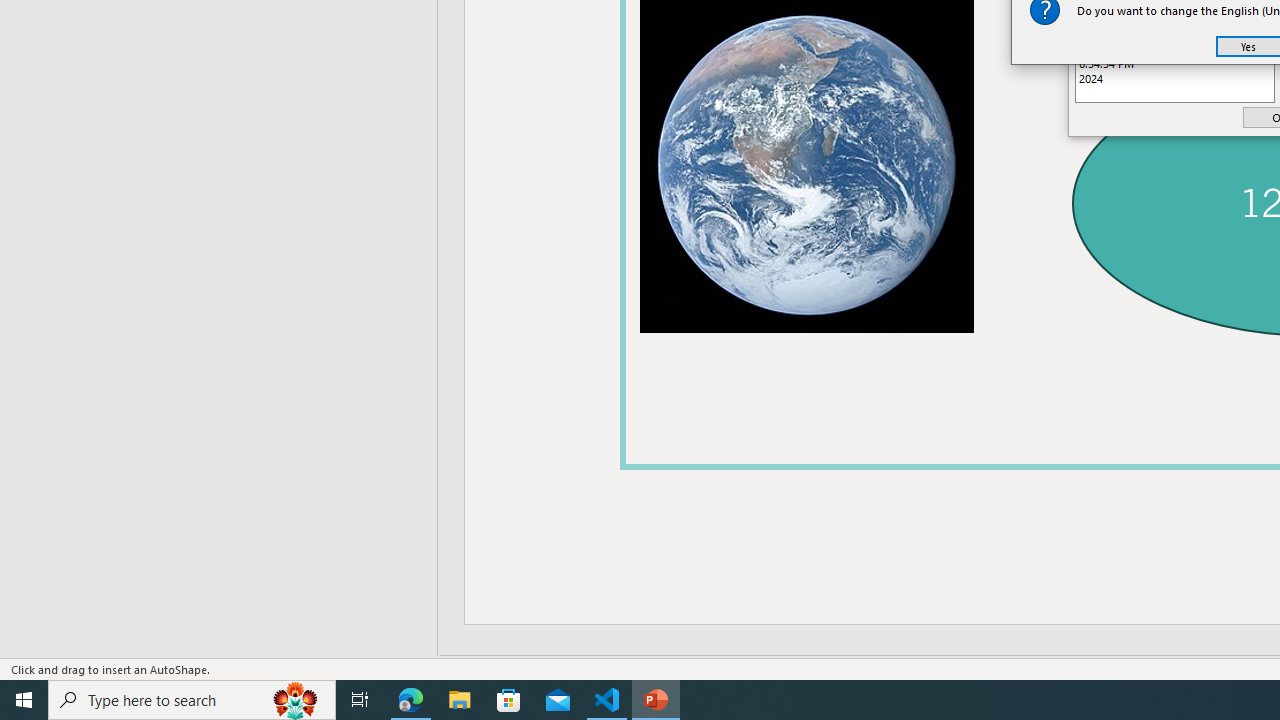 The image size is (1280, 720). Describe the element at coordinates (359, 698) in the screenshot. I see `'Task View'` at that location.